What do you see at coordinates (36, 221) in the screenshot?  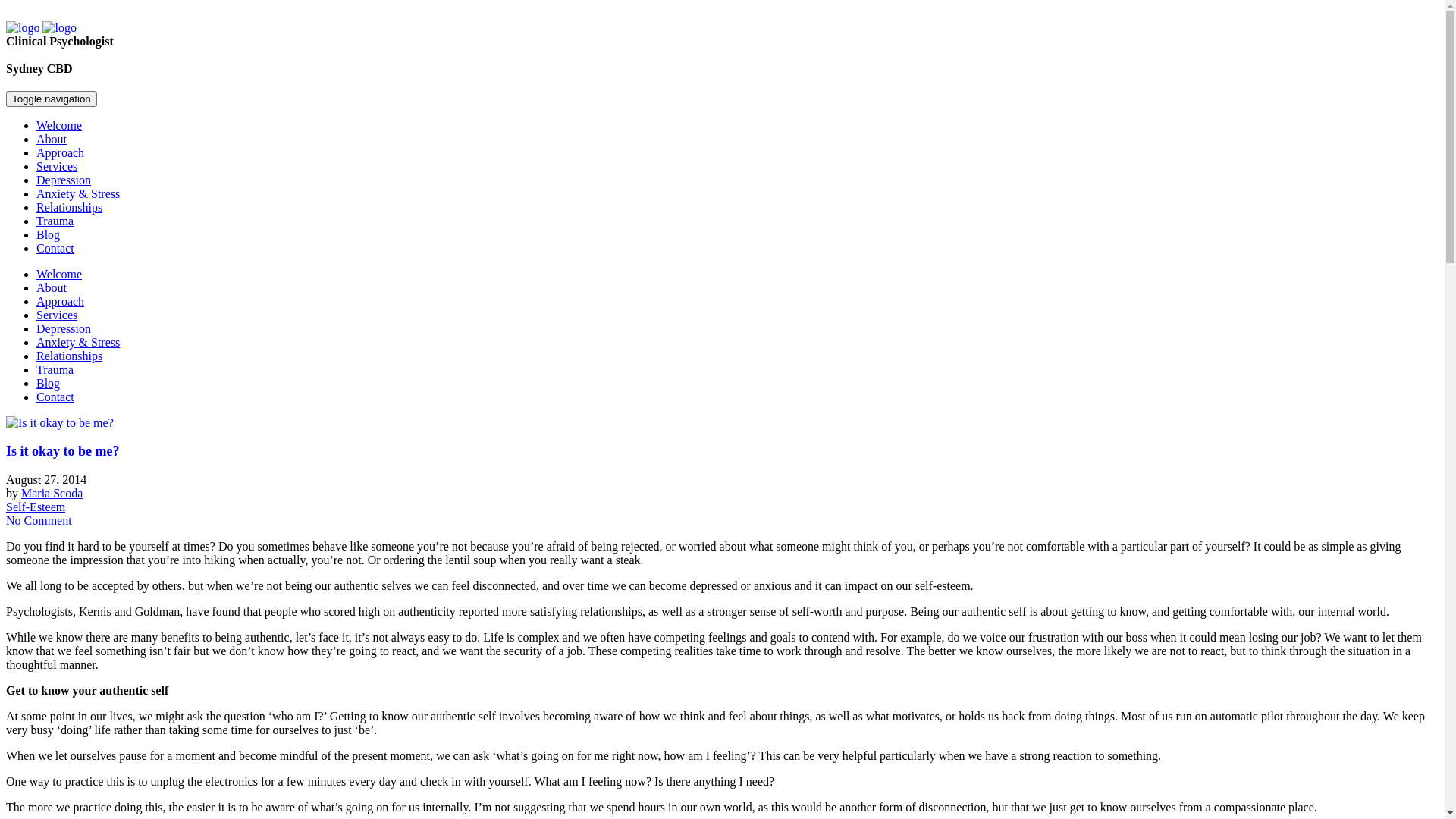 I see `'Trauma'` at bounding box center [36, 221].